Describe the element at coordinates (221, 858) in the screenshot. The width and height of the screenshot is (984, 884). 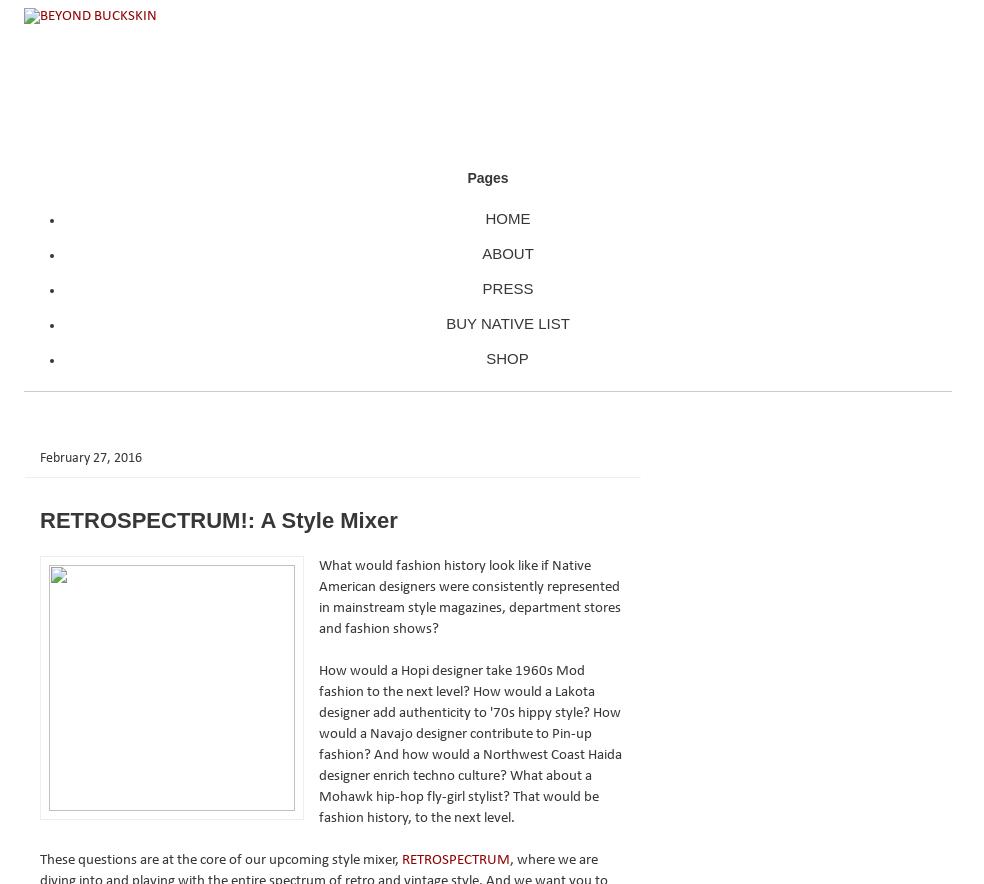
I see `'These questions are at the core of our upcoming style mixer,'` at that location.